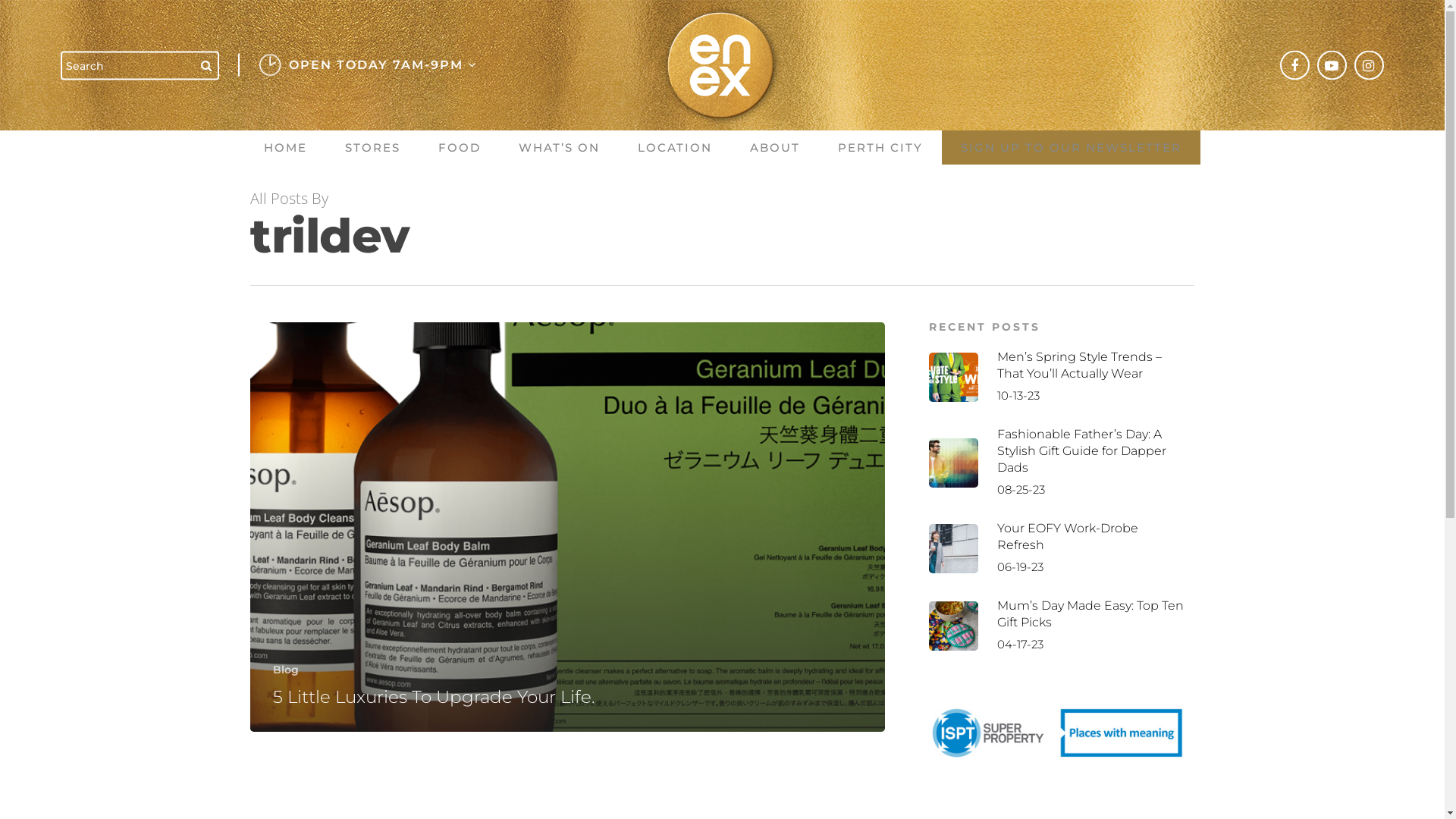  What do you see at coordinates (286, 669) in the screenshot?
I see `'Blog'` at bounding box center [286, 669].